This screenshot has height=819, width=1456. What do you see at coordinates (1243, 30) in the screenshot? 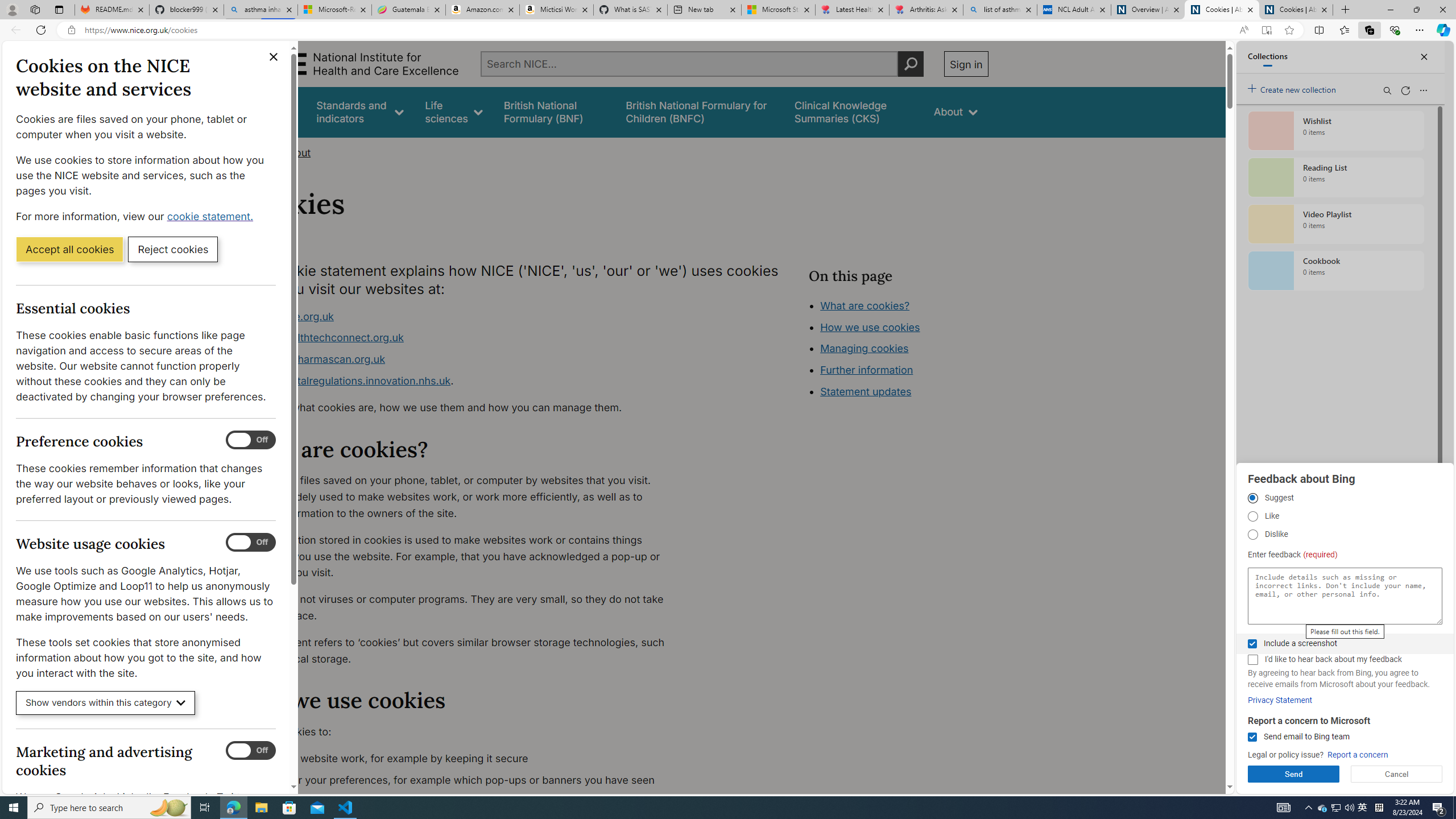
I see `'Read aloud this page (Ctrl+Shift+U)'` at bounding box center [1243, 30].